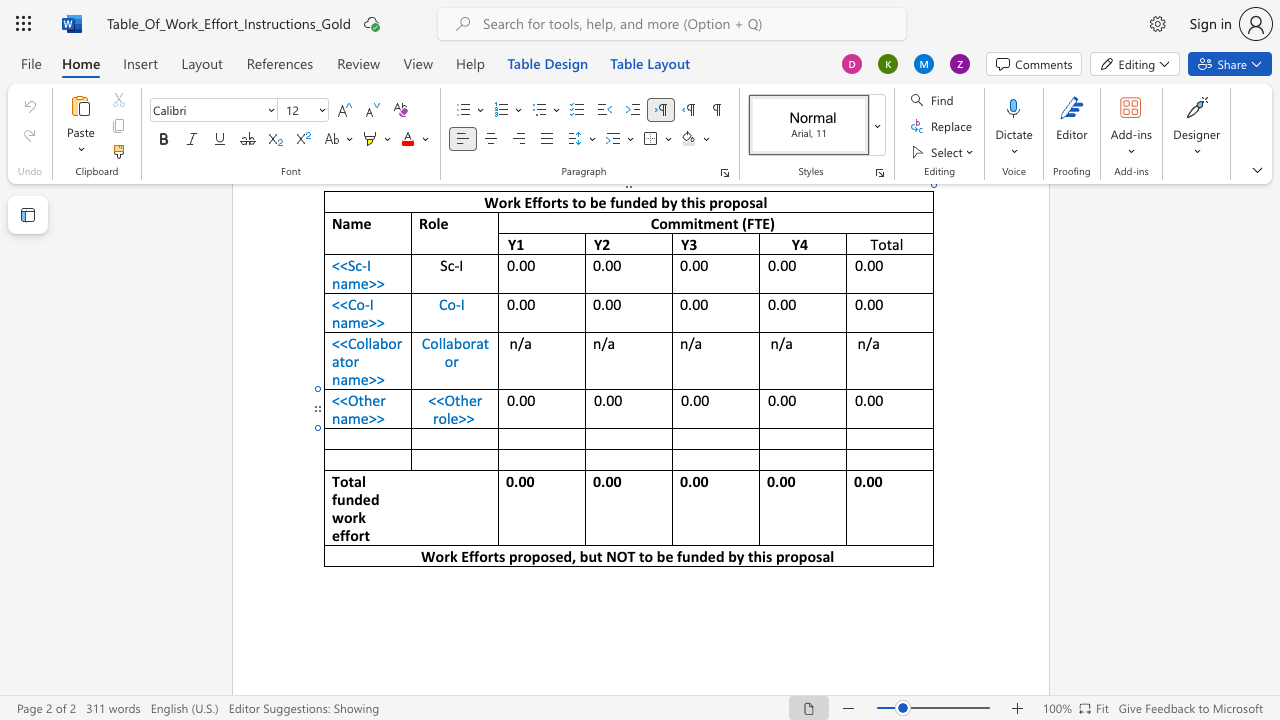 This screenshot has height=720, width=1280. Describe the element at coordinates (467, 556) in the screenshot. I see `the space between the continuous character "E" and "f" in the text` at that location.